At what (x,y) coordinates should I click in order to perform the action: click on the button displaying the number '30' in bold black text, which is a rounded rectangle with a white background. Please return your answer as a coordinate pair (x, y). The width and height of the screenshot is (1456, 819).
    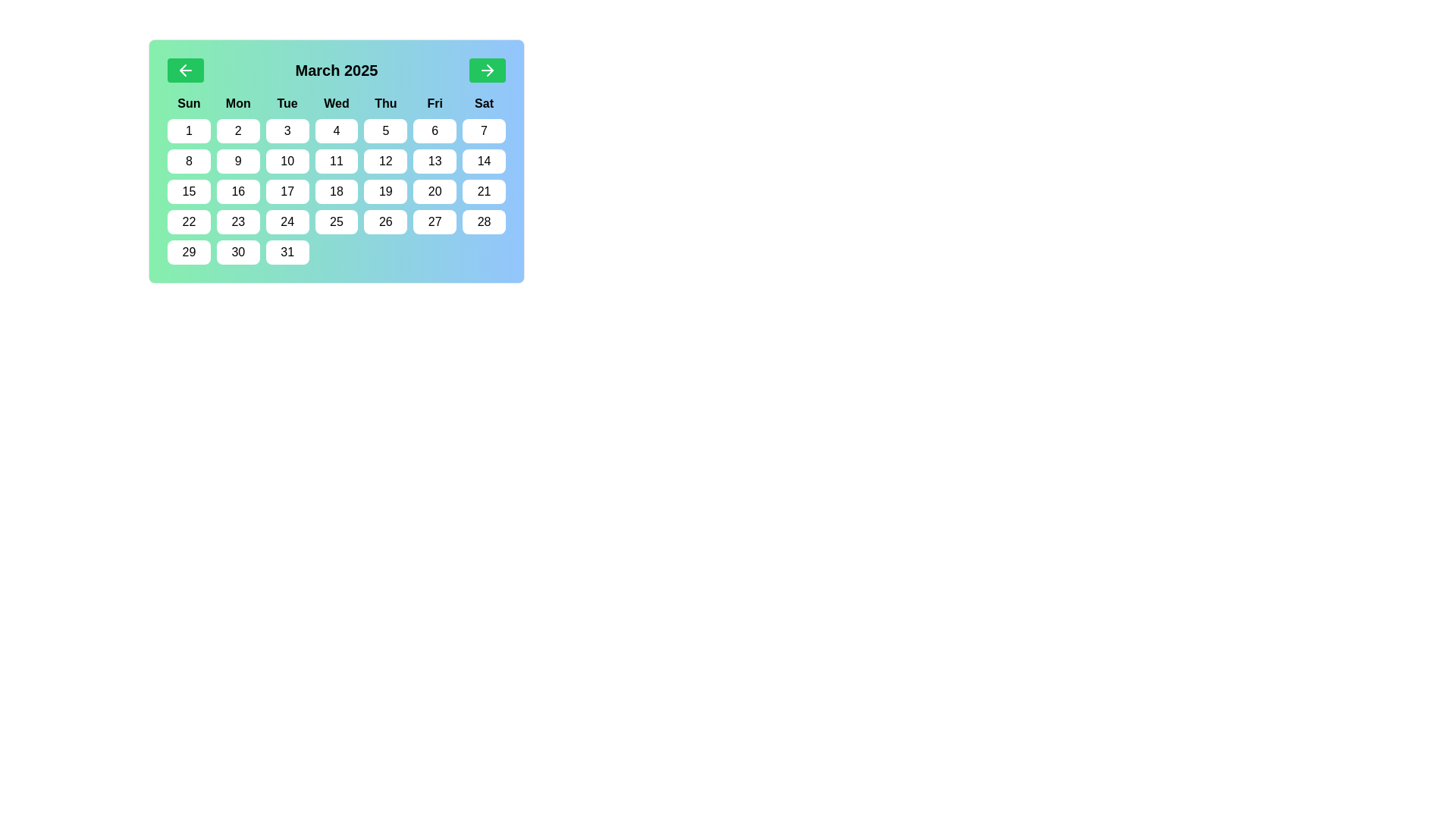
    Looking at the image, I should click on (237, 251).